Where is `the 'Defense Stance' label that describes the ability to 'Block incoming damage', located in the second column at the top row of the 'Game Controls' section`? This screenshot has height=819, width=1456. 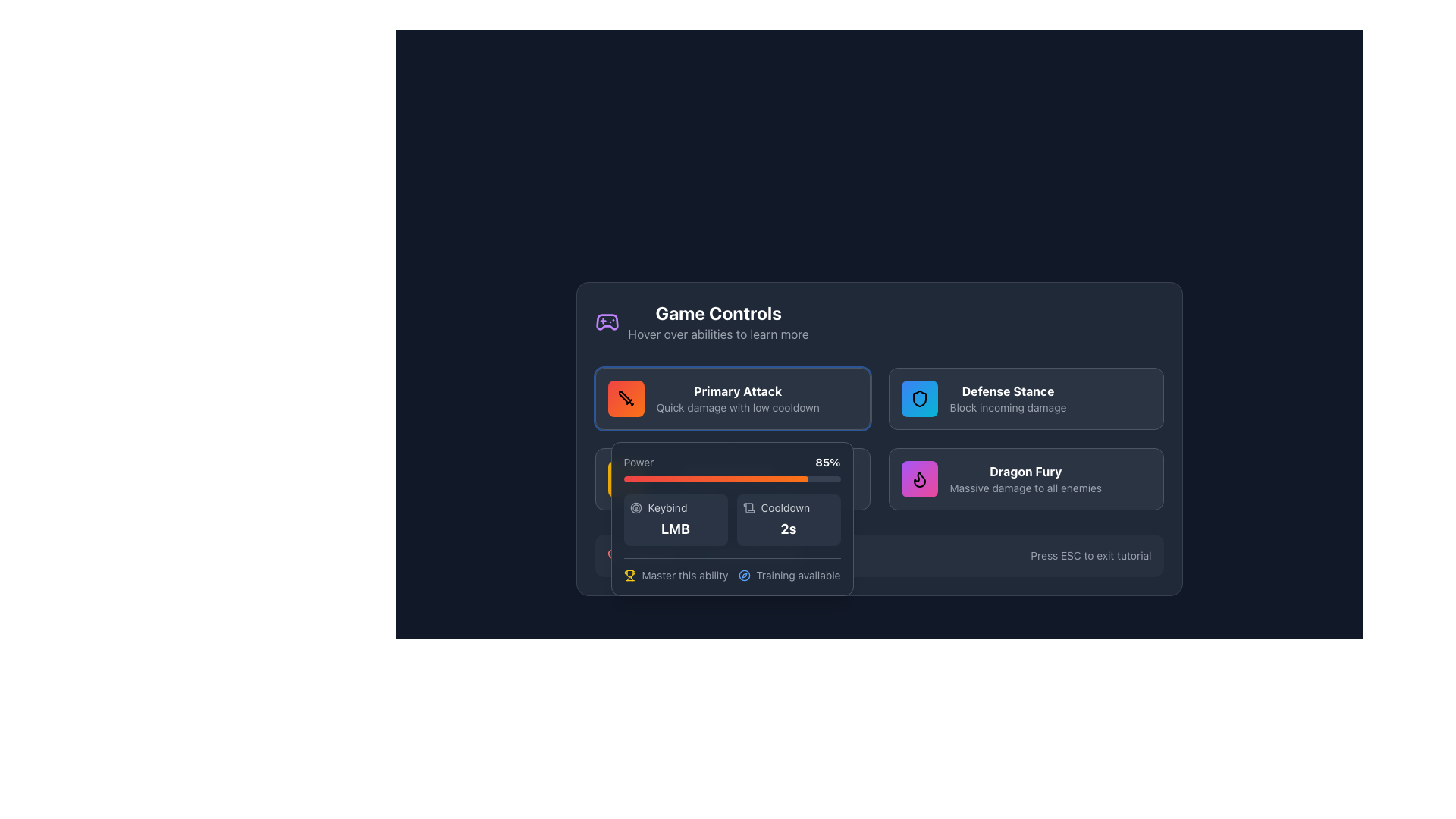 the 'Defense Stance' label that describes the ability to 'Block incoming damage', located in the second column at the top row of the 'Game Controls' section is located at coordinates (1008, 397).